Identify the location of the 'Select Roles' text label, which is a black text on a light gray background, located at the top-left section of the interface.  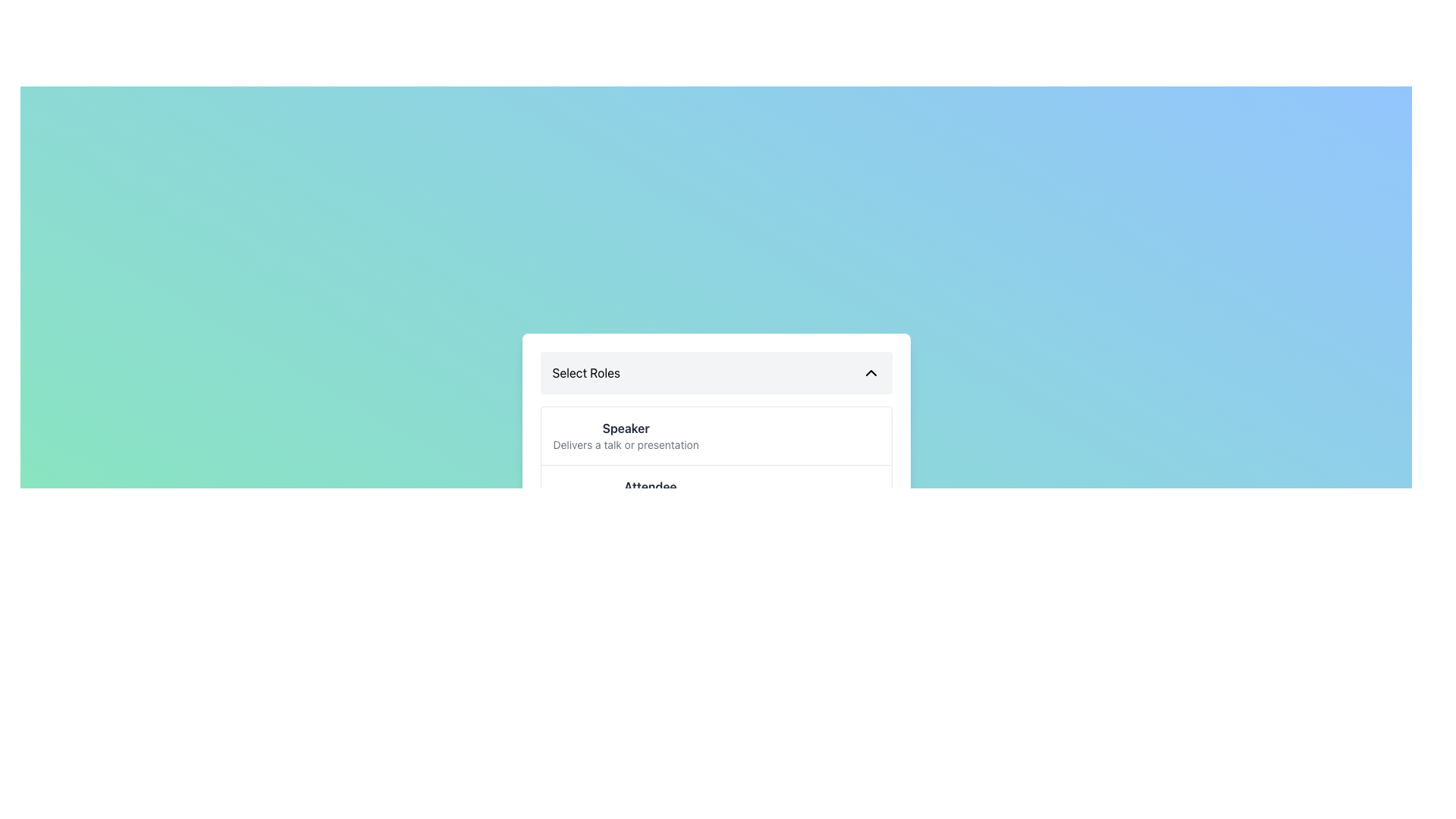
(585, 372).